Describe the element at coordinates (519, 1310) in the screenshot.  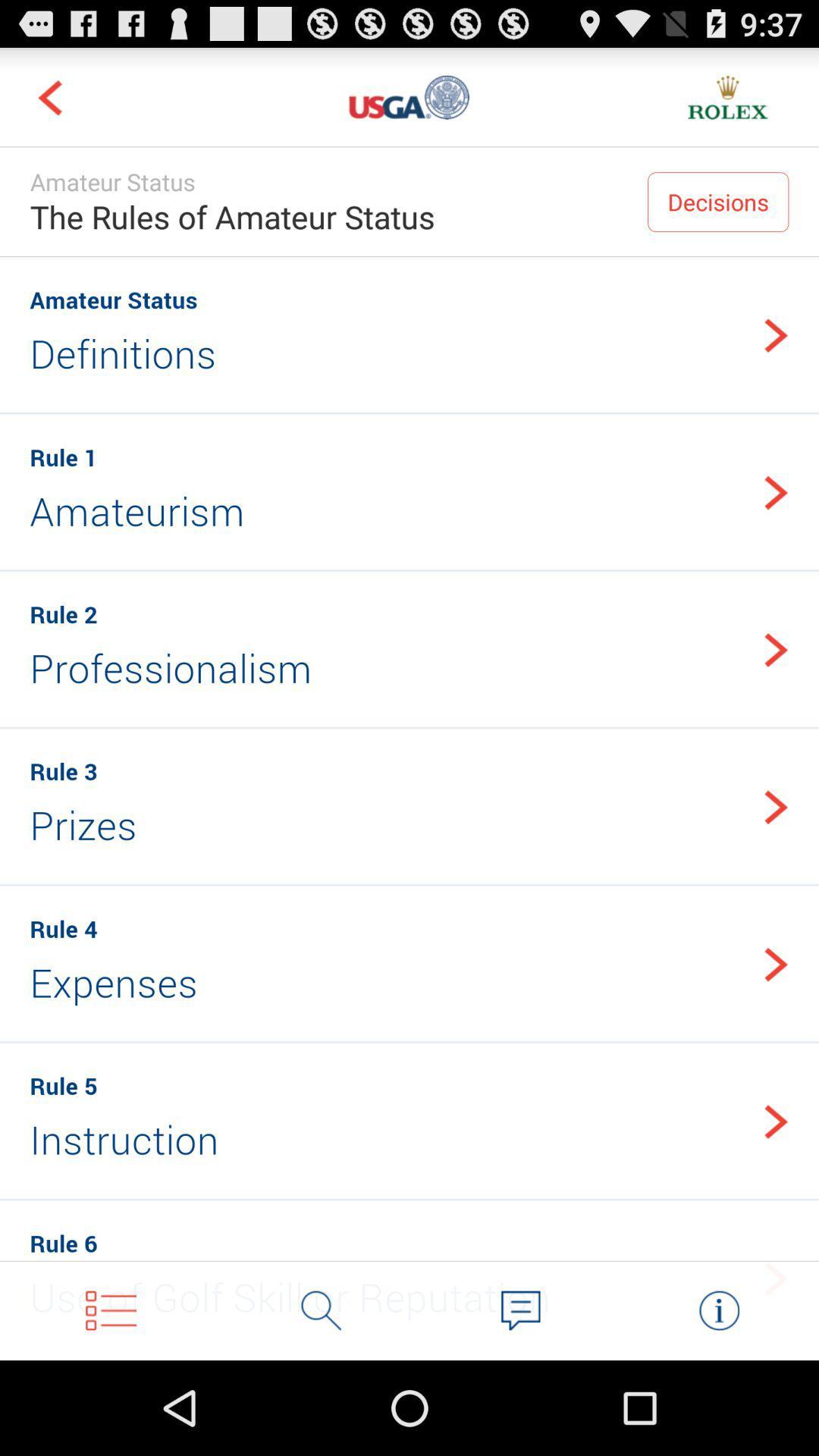
I see `messages` at that location.